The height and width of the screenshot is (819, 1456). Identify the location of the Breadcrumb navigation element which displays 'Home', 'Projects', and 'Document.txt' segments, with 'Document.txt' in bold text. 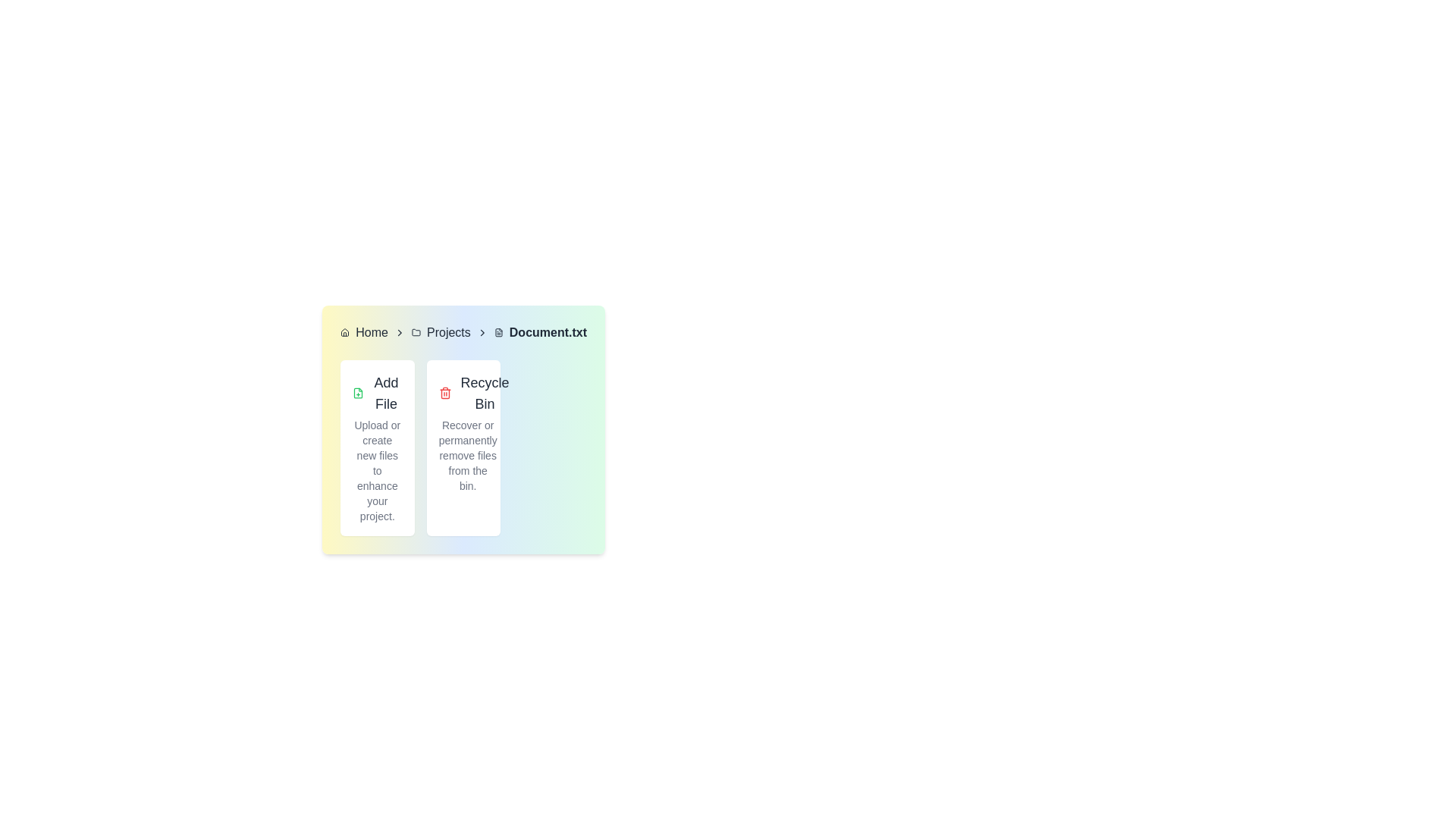
(463, 332).